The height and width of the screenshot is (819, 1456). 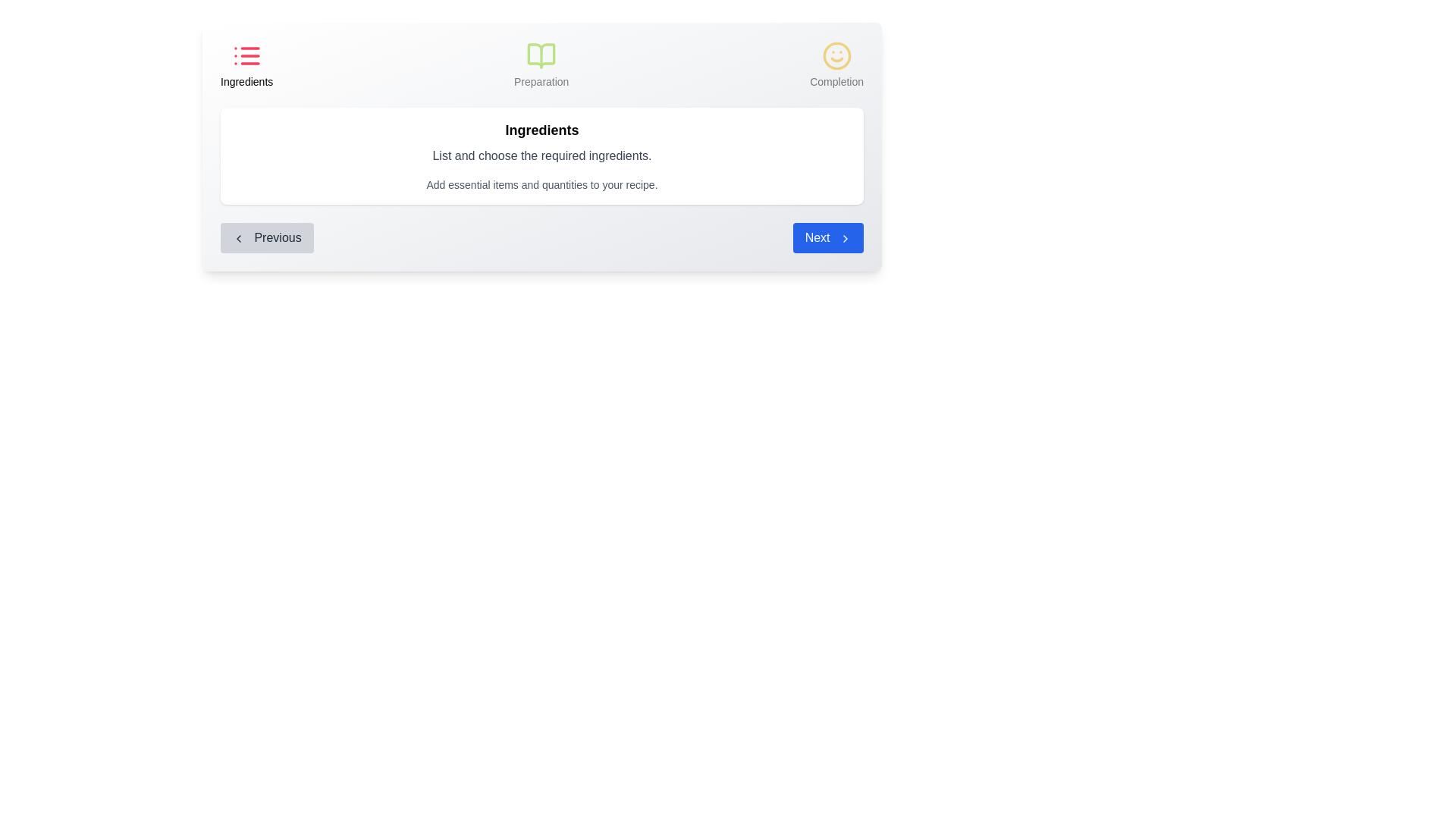 What do you see at coordinates (836, 55) in the screenshot?
I see `the circular graphical shape that is part of the smiley face icon located at the far right of the header section` at bounding box center [836, 55].